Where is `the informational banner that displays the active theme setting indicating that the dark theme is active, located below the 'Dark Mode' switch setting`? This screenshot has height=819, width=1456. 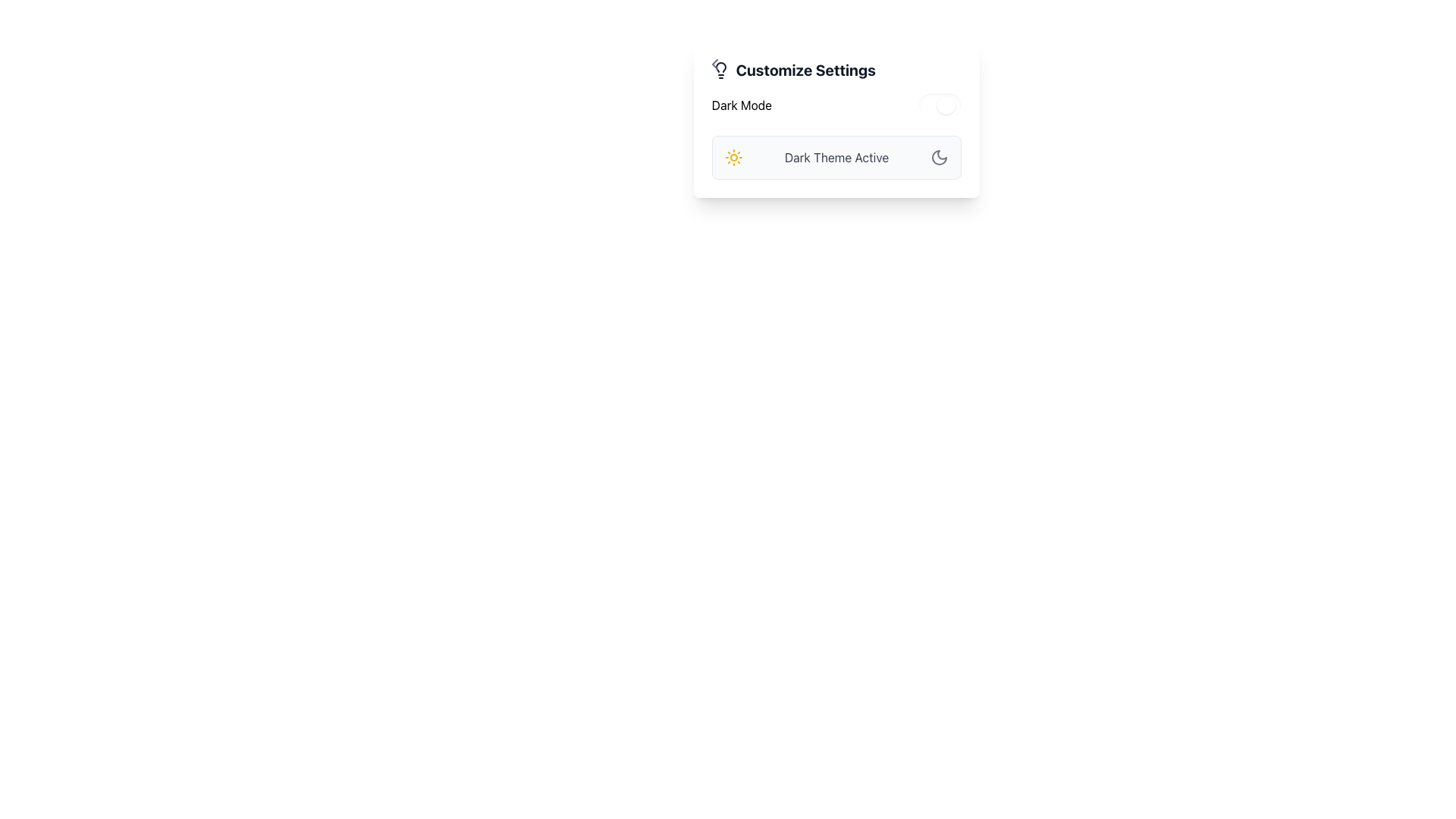 the informational banner that displays the active theme setting indicating that the dark theme is active, located below the 'Dark Mode' switch setting is located at coordinates (836, 158).